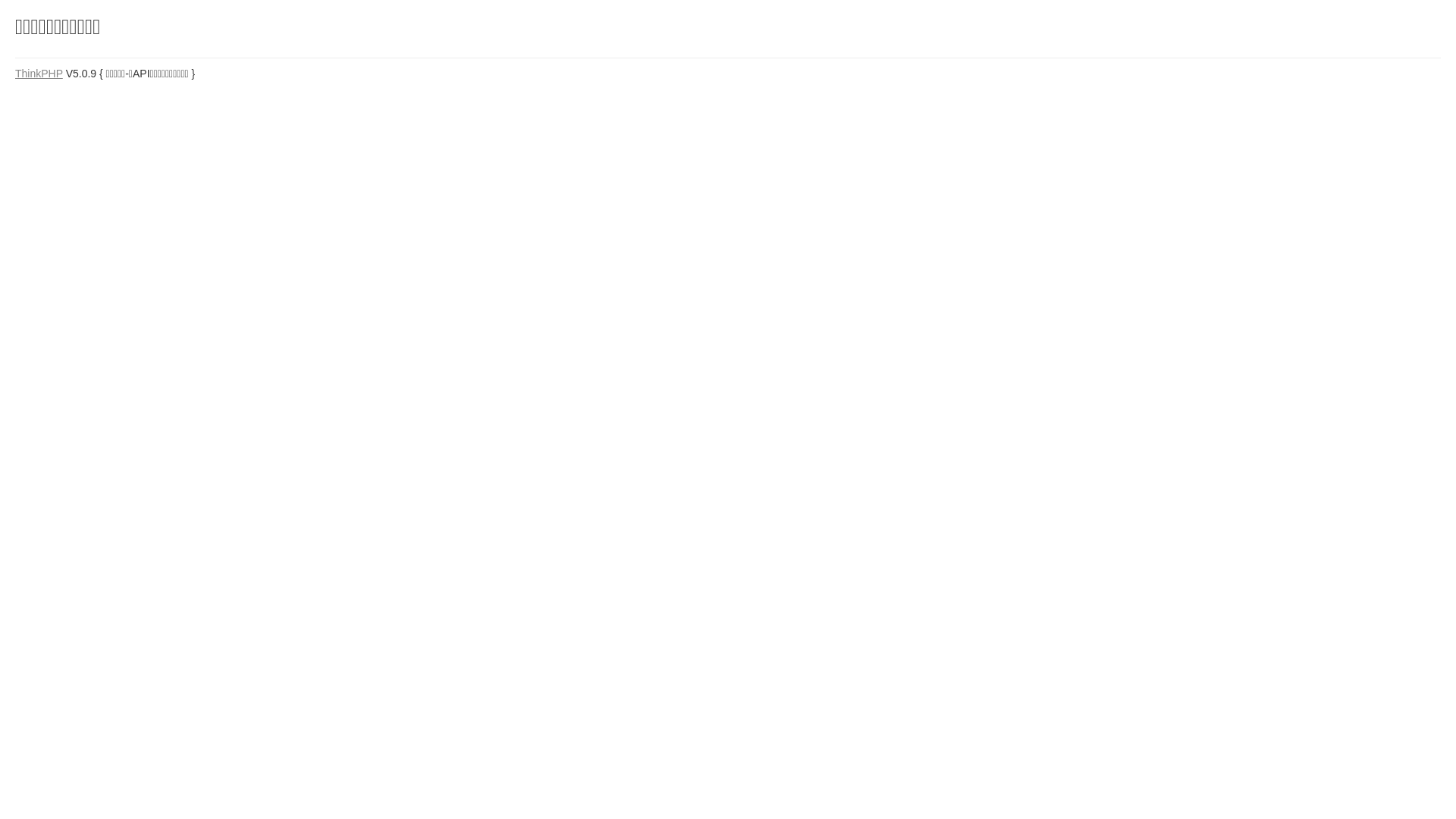 The height and width of the screenshot is (819, 1456). I want to click on 'ThinkPHP', so click(39, 73).